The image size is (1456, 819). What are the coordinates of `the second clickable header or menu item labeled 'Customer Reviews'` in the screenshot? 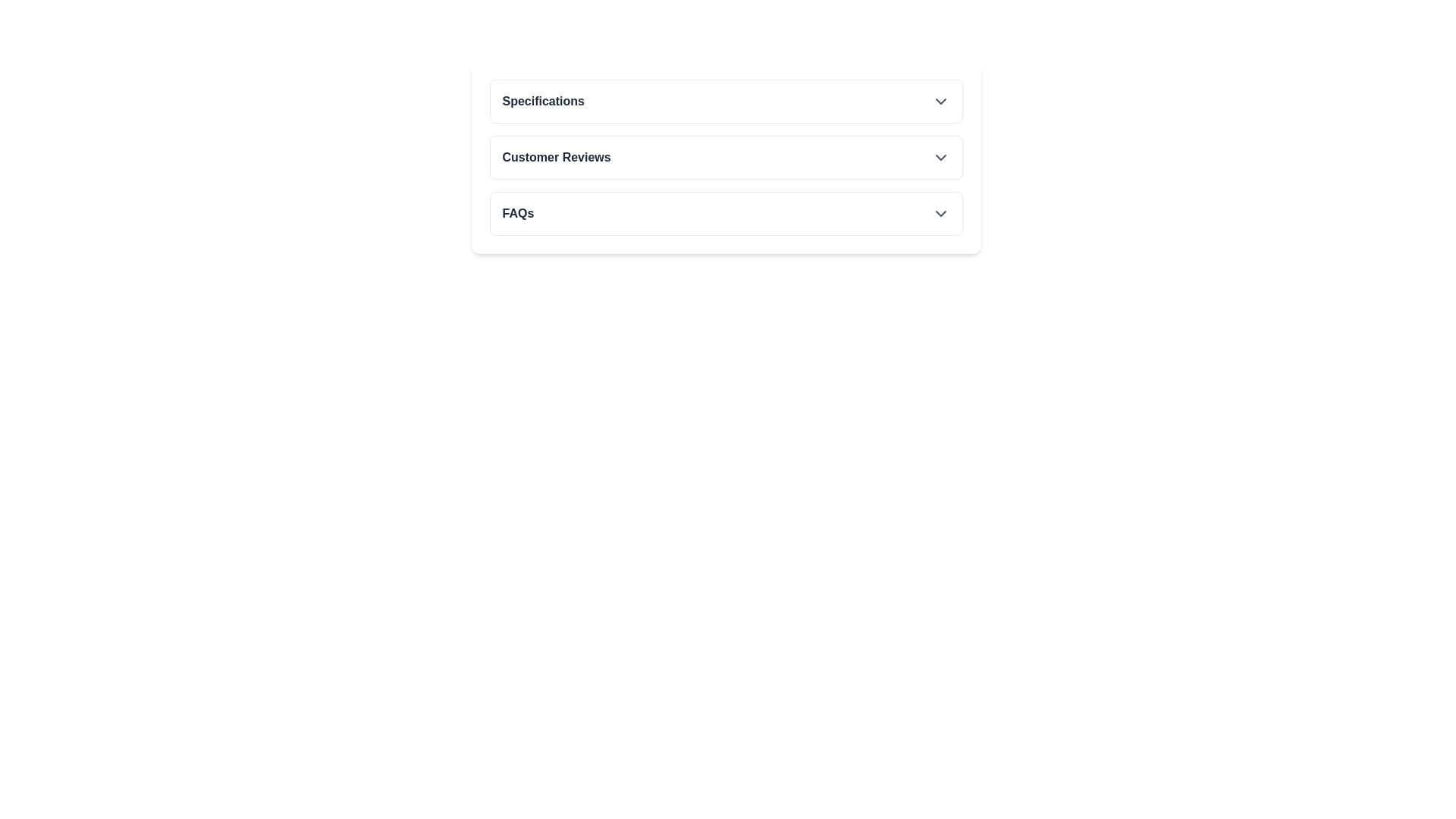 It's located at (725, 158).